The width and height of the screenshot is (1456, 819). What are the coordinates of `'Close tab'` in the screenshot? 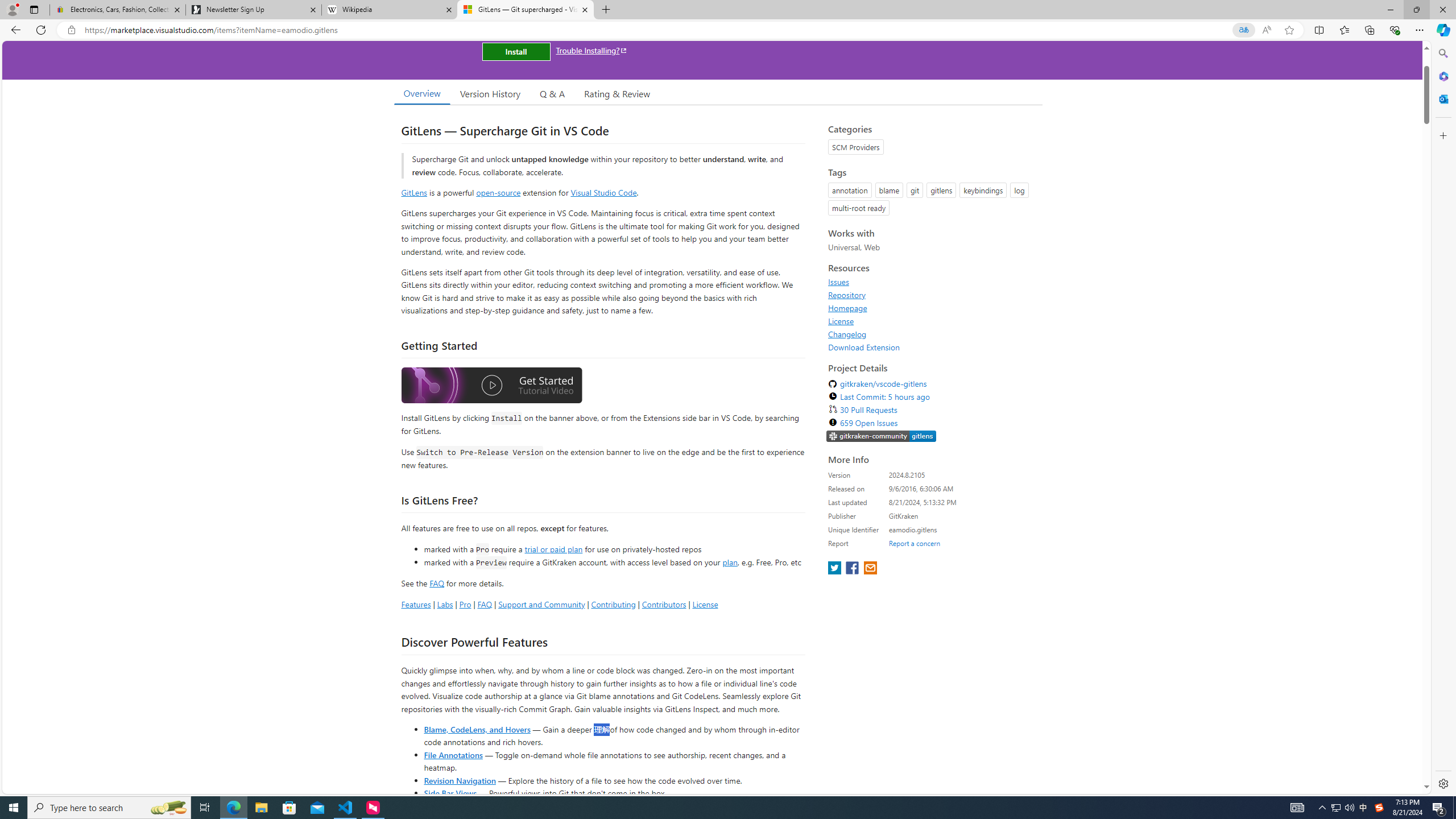 It's located at (584, 9).